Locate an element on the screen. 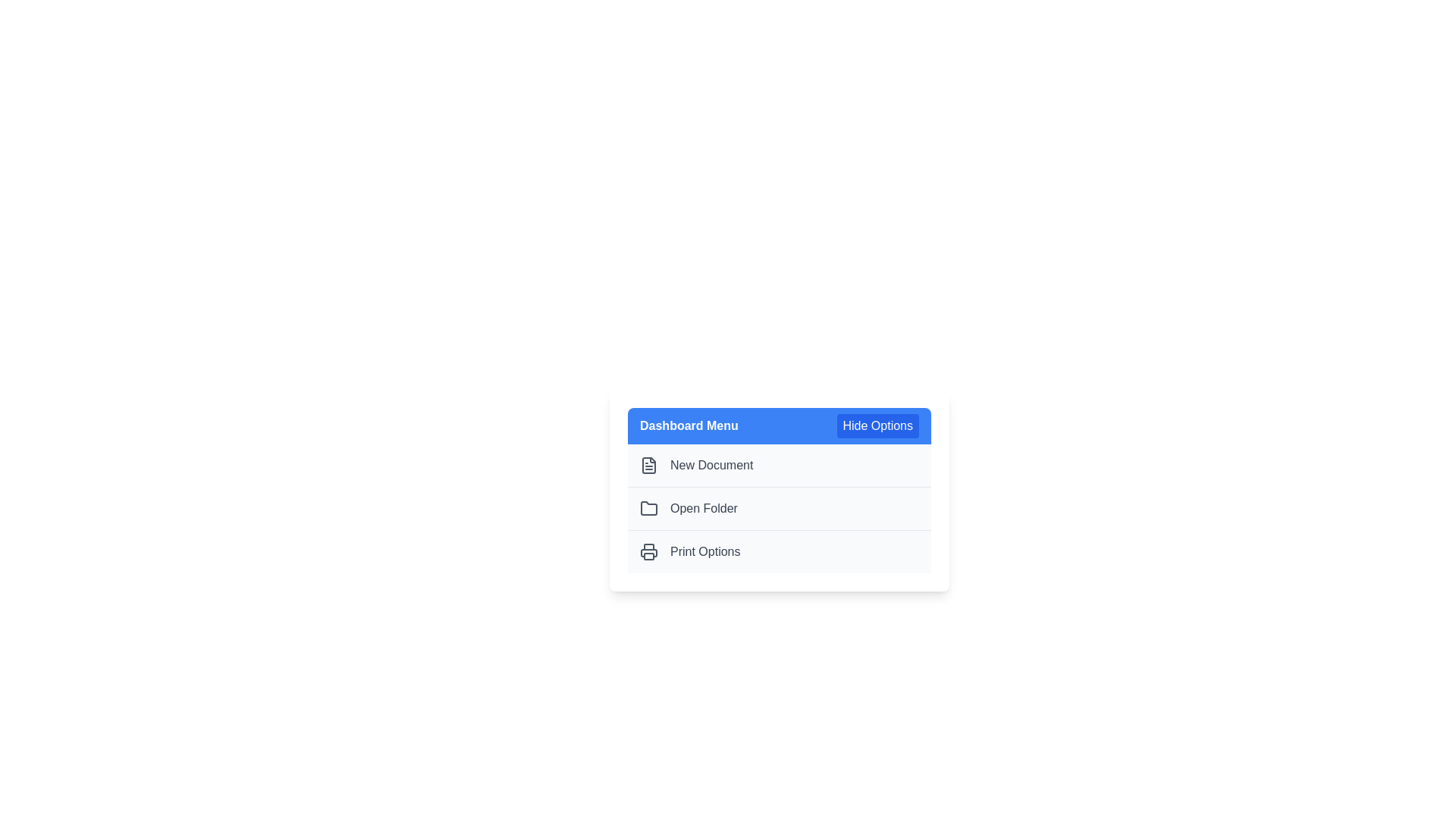  the 'New Document' icon located on the left side of the menu row labeled 'New Document' is located at coordinates (648, 464).